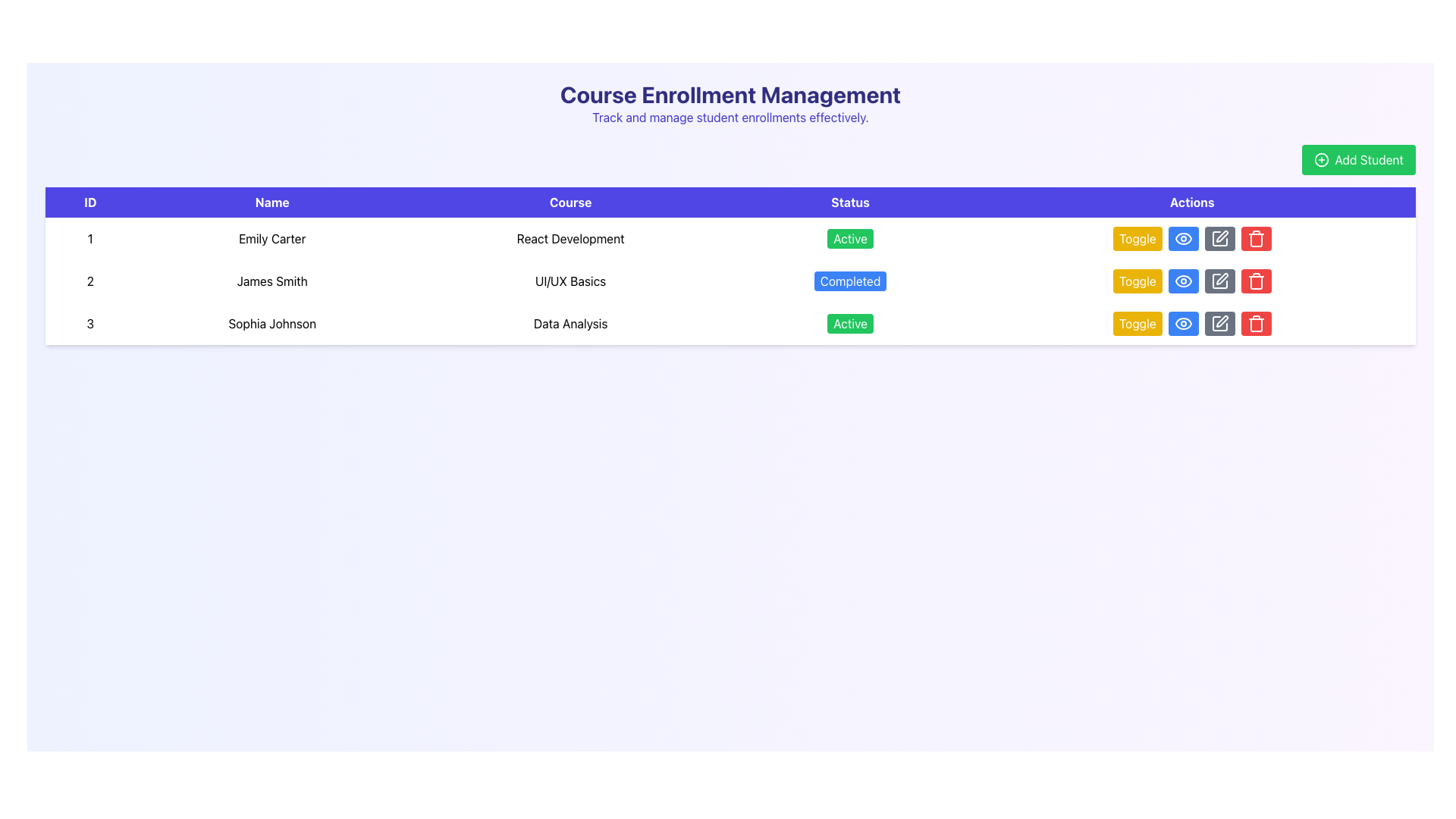  I want to click on the prominent red delete button with a trash can icon located in the third row of the 'Actions' column in the table, so click(1256, 323).